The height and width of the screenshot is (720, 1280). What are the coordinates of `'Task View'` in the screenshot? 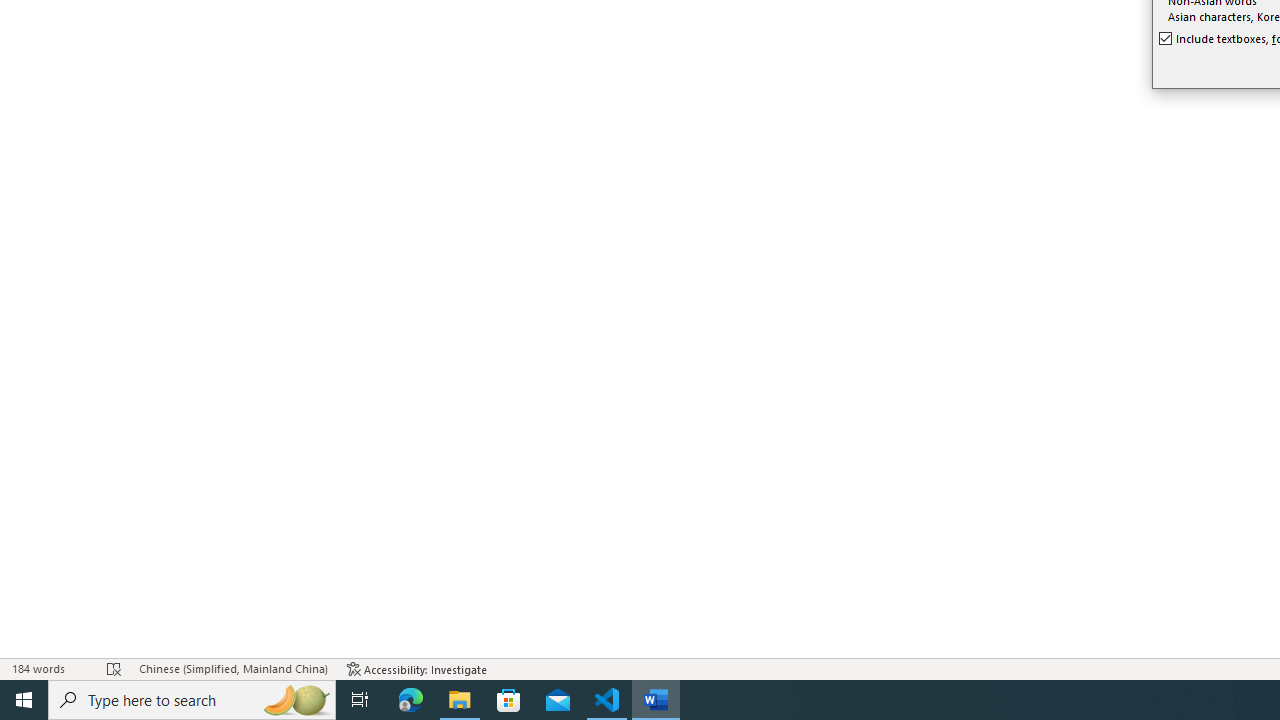 It's located at (359, 698).